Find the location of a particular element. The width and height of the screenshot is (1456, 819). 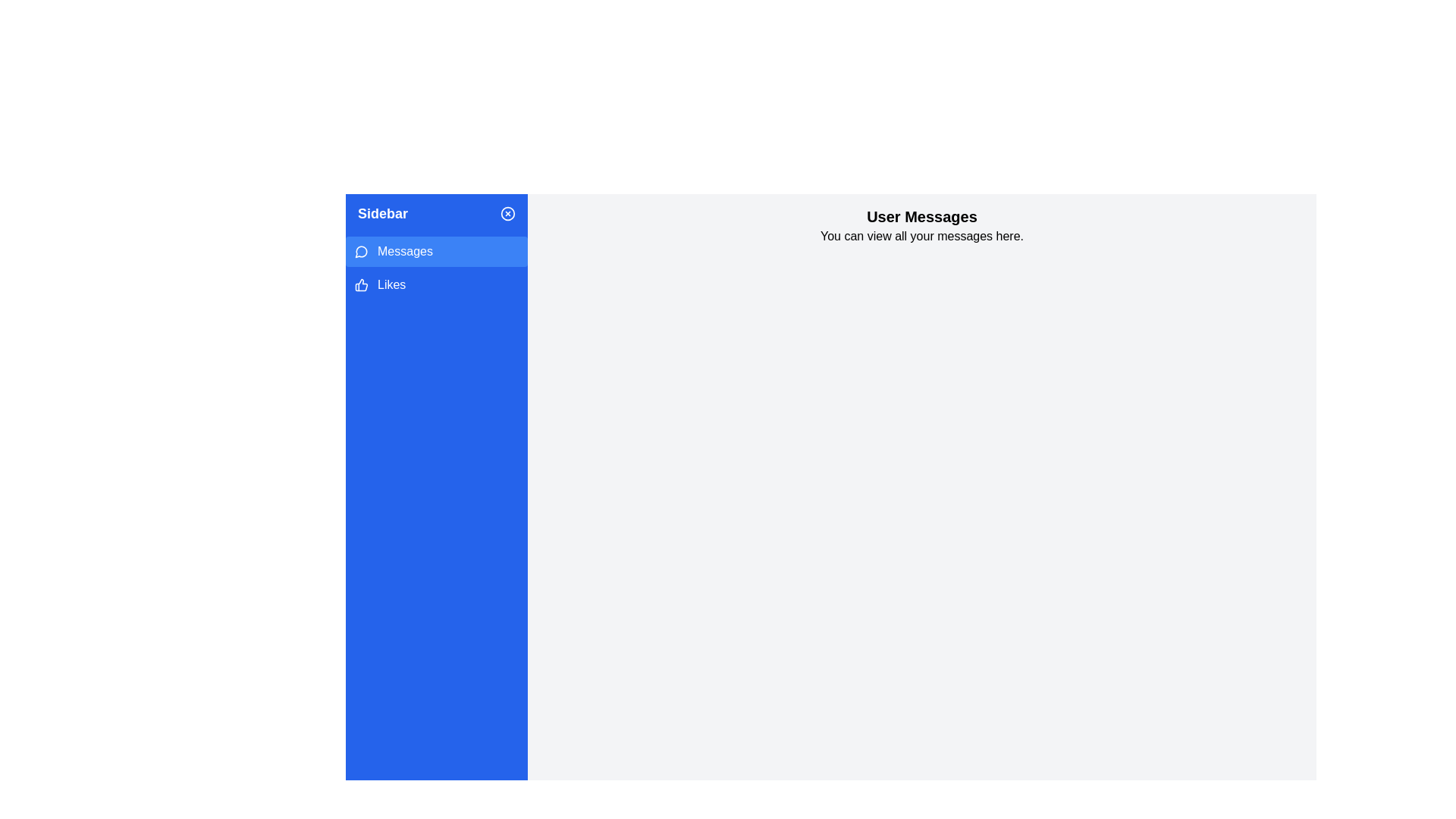

the 'Sidebar' text label, which is positioned at the upper section of the left-hand navigation panel and serves as an identifier for the sidebar is located at coordinates (382, 213).